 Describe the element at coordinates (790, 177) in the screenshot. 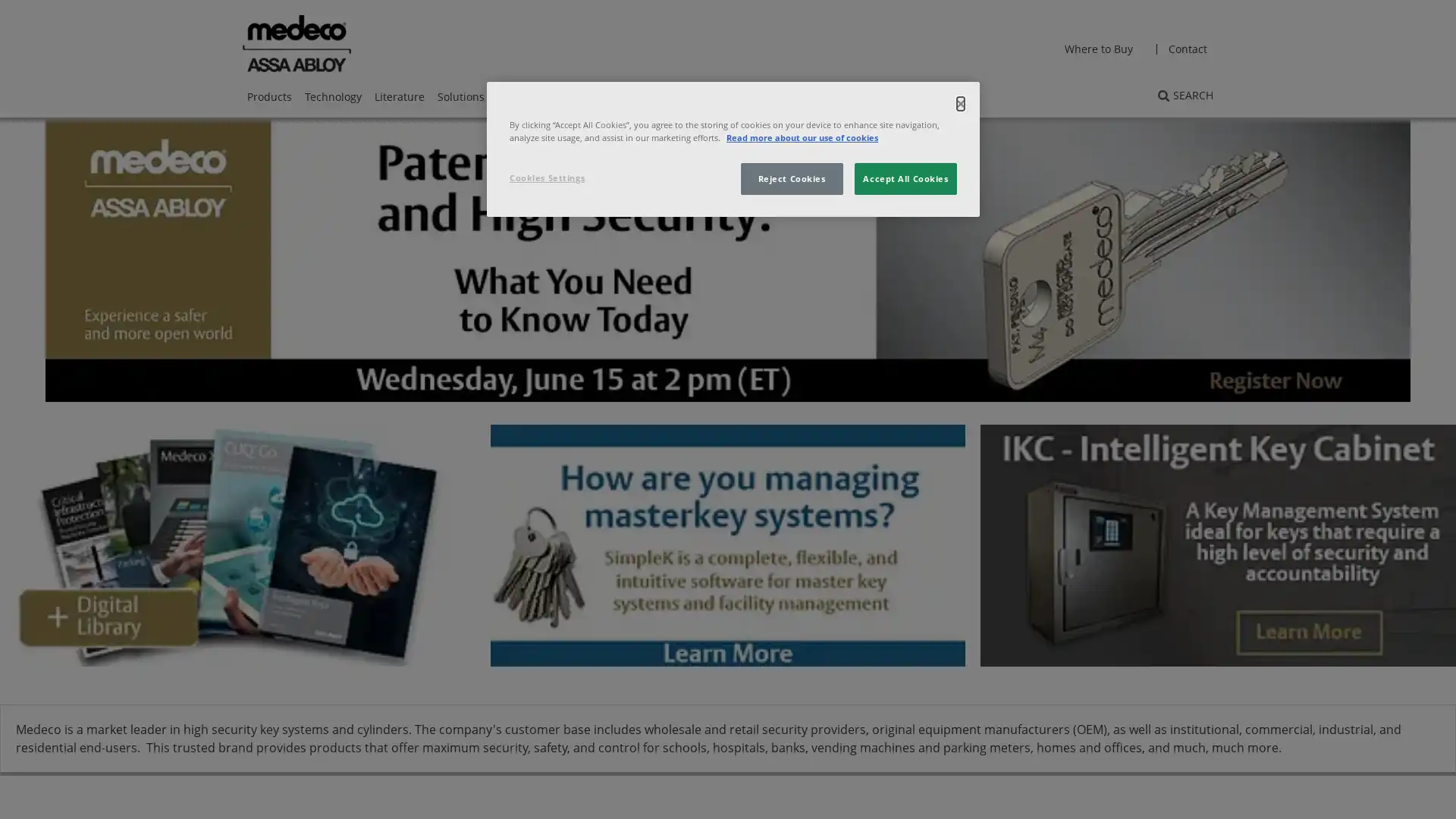

I see `Reject Cookies` at that location.